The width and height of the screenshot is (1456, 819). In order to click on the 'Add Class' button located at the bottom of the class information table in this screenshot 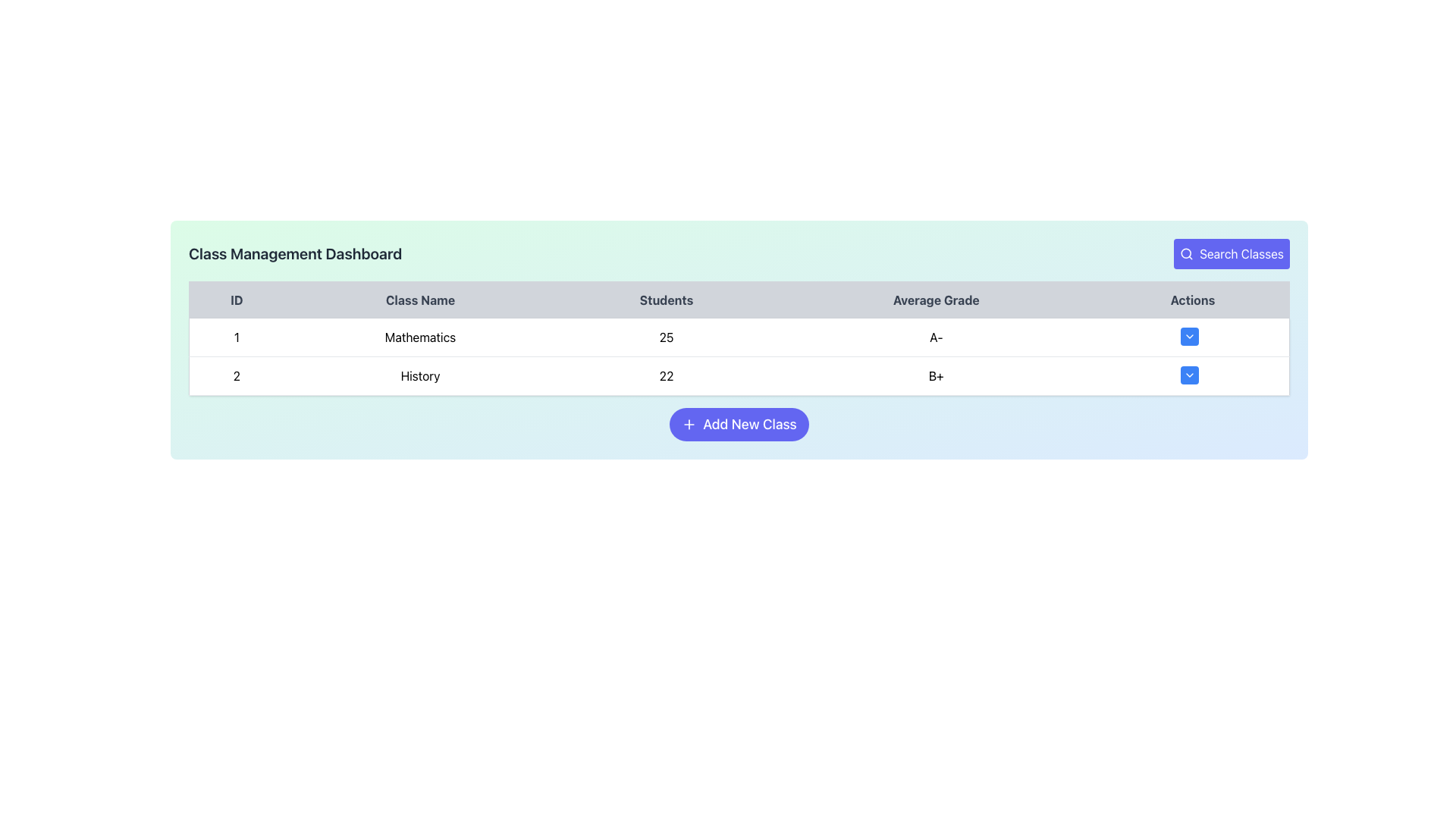, I will do `click(739, 424)`.